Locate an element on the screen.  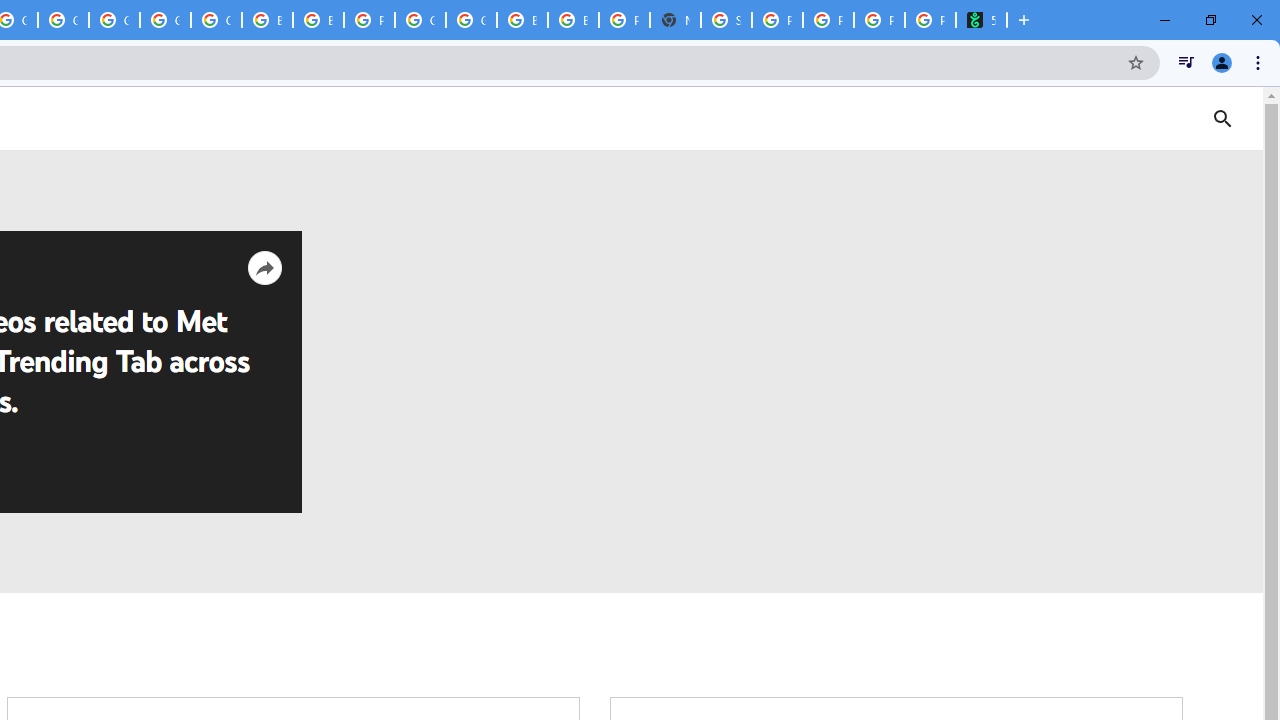
'Privacy Checkup' is located at coordinates (879, 20).